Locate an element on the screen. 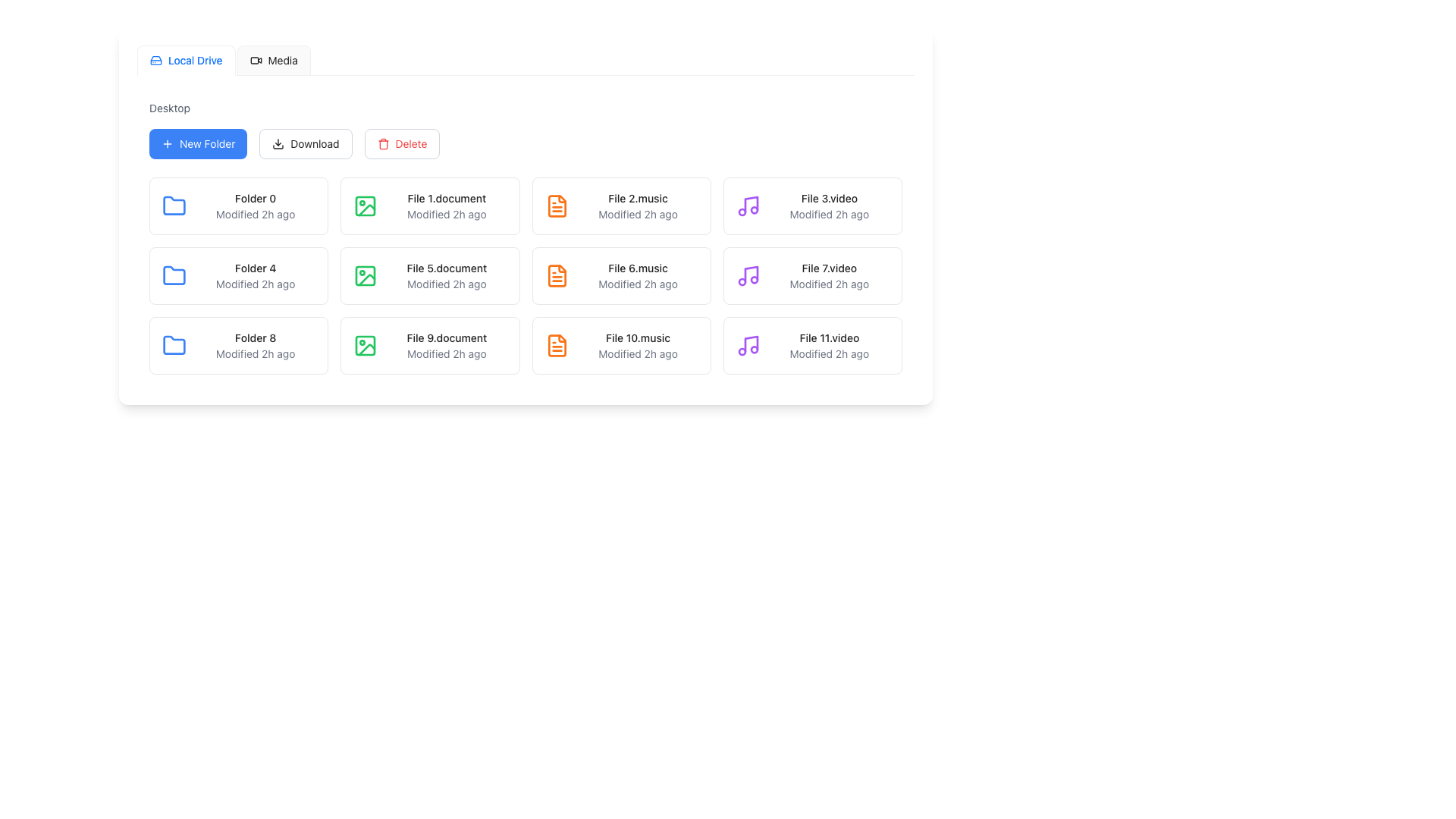  the music file representation named 'File 10.music' in the bottom row of the file grid layout is located at coordinates (638, 345).